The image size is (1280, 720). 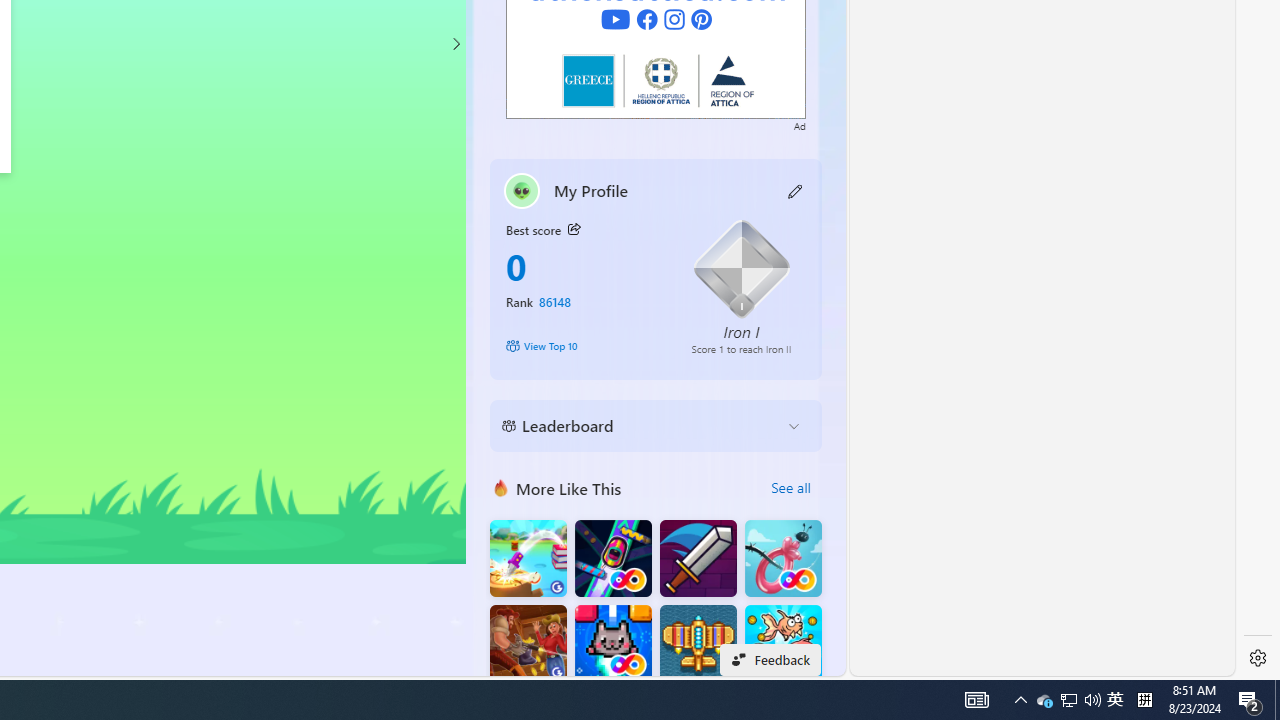 I want to click on 'Atlantic Sky Hunter', so click(x=698, y=643).